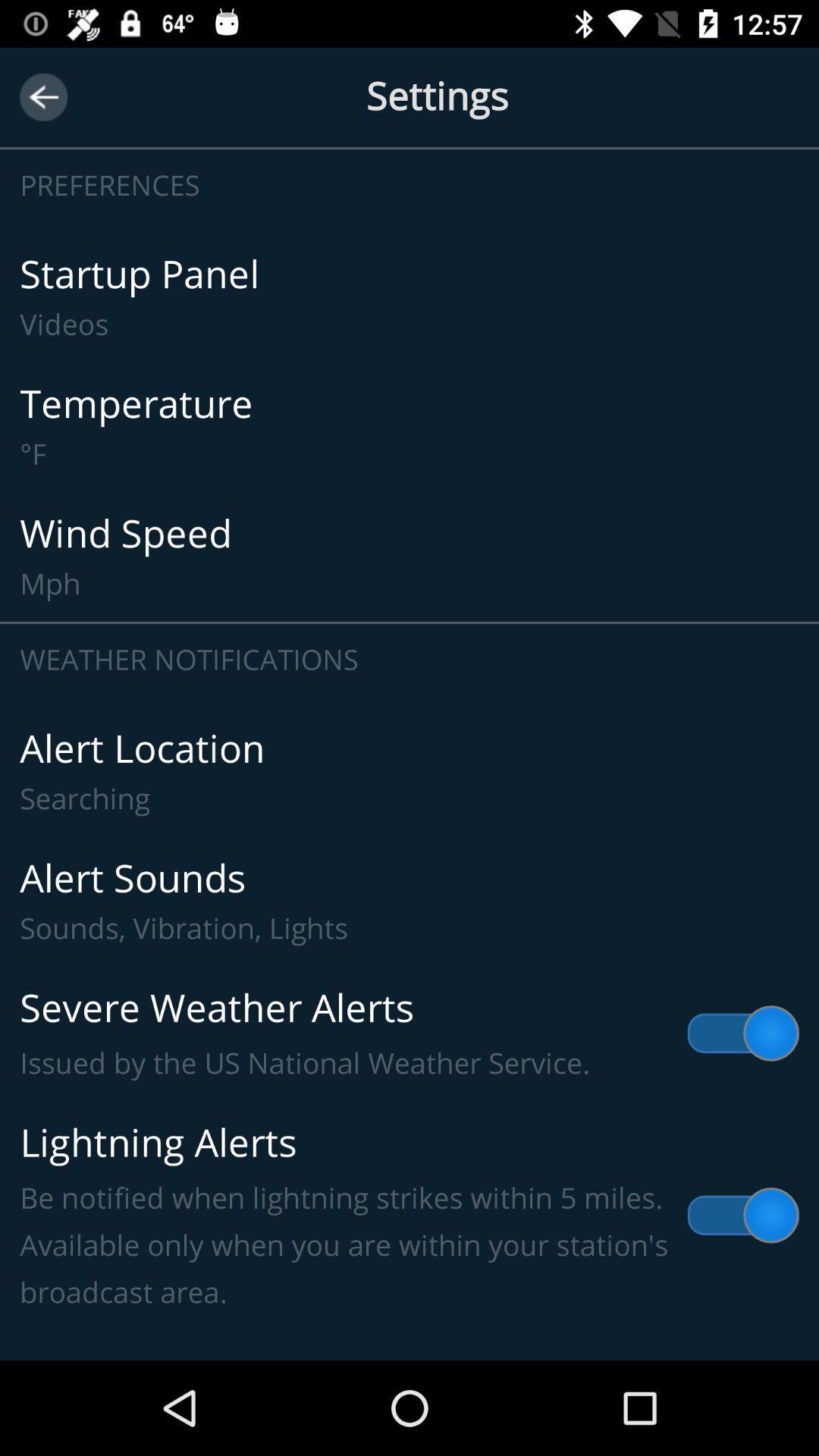 Image resolution: width=819 pixels, height=1456 pixels. I want to click on startup panel, so click(409, 297).